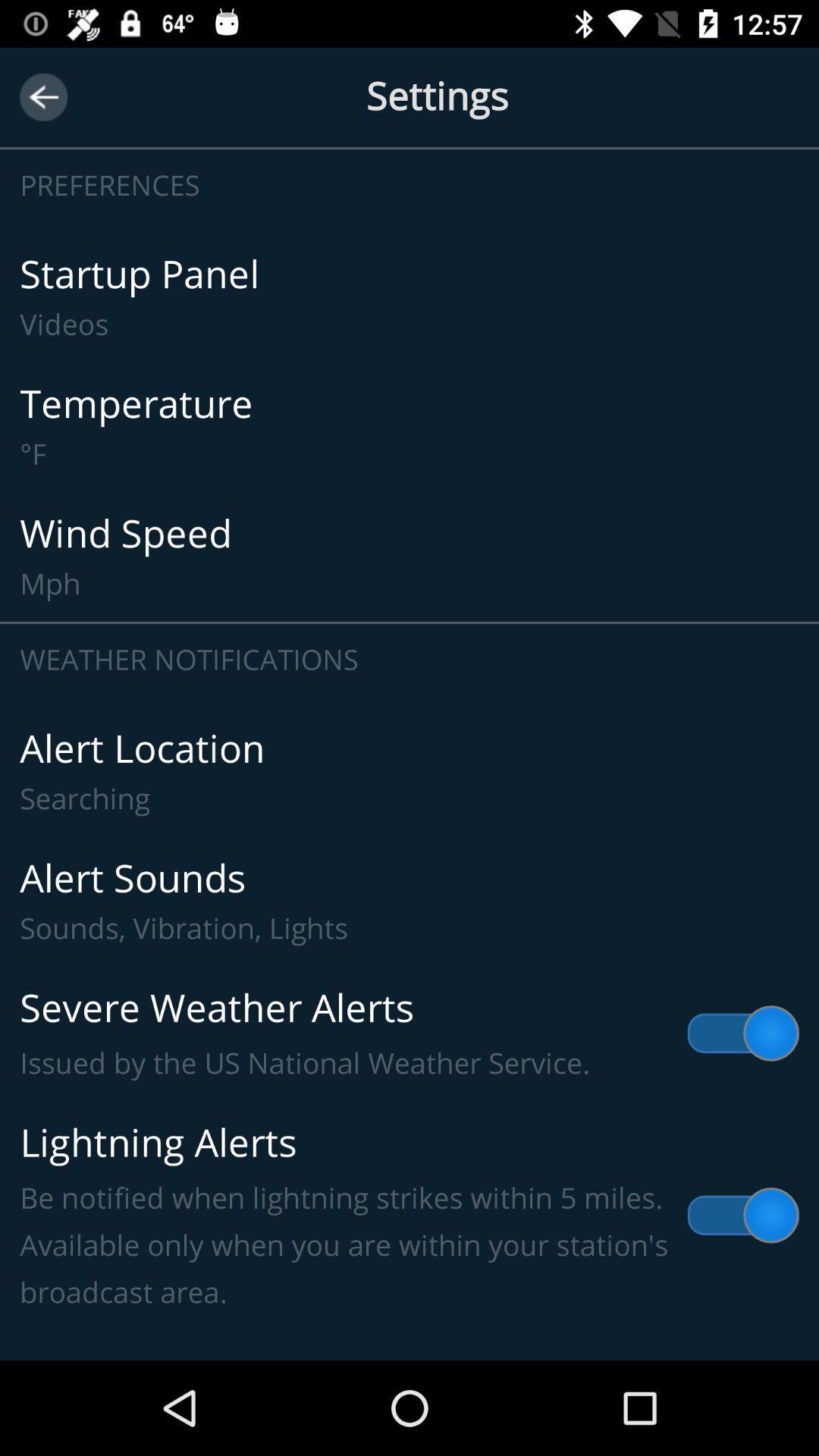 Image resolution: width=819 pixels, height=1456 pixels. I want to click on startup panel, so click(409, 297).